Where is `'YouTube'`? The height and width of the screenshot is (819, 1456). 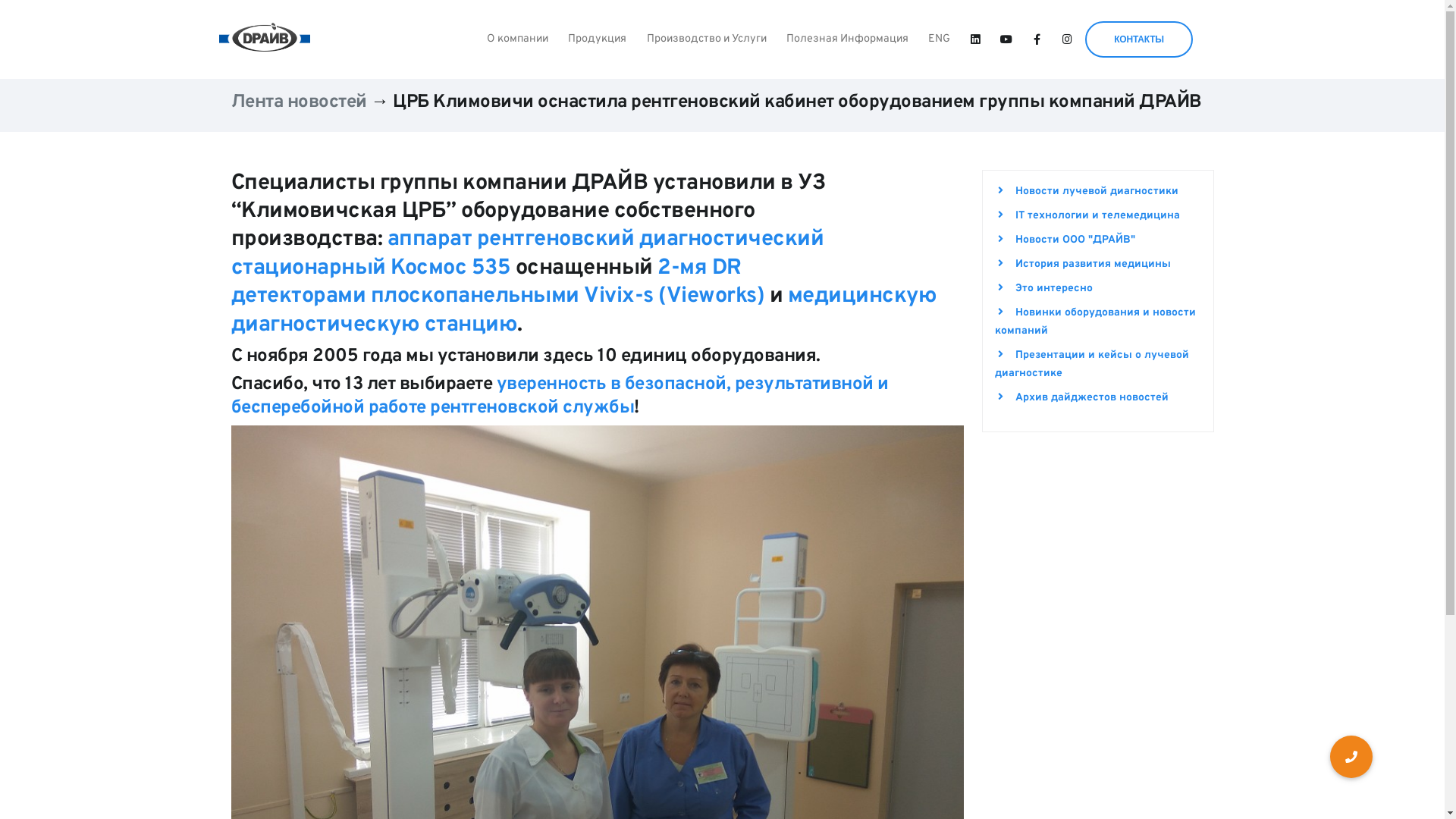 'YouTube' is located at coordinates (1006, 39).